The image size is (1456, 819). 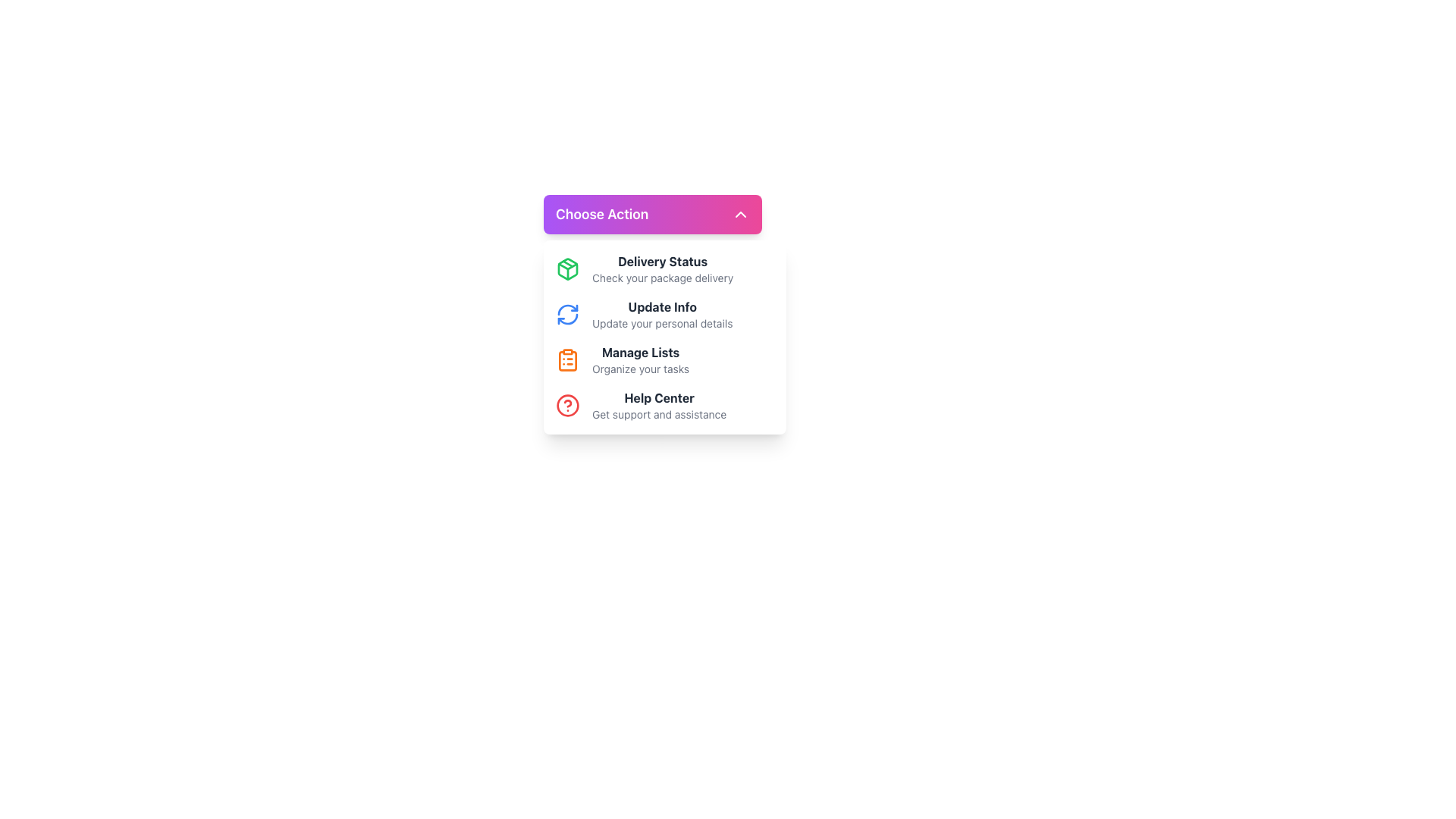 What do you see at coordinates (566, 268) in the screenshot?
I see `the 'Delivery Status' icon located to the left of the text 'Delivery Status Check your package delivery' in the dropdown menu under the 'Choose Action' section` at bounding box center [566, 268].